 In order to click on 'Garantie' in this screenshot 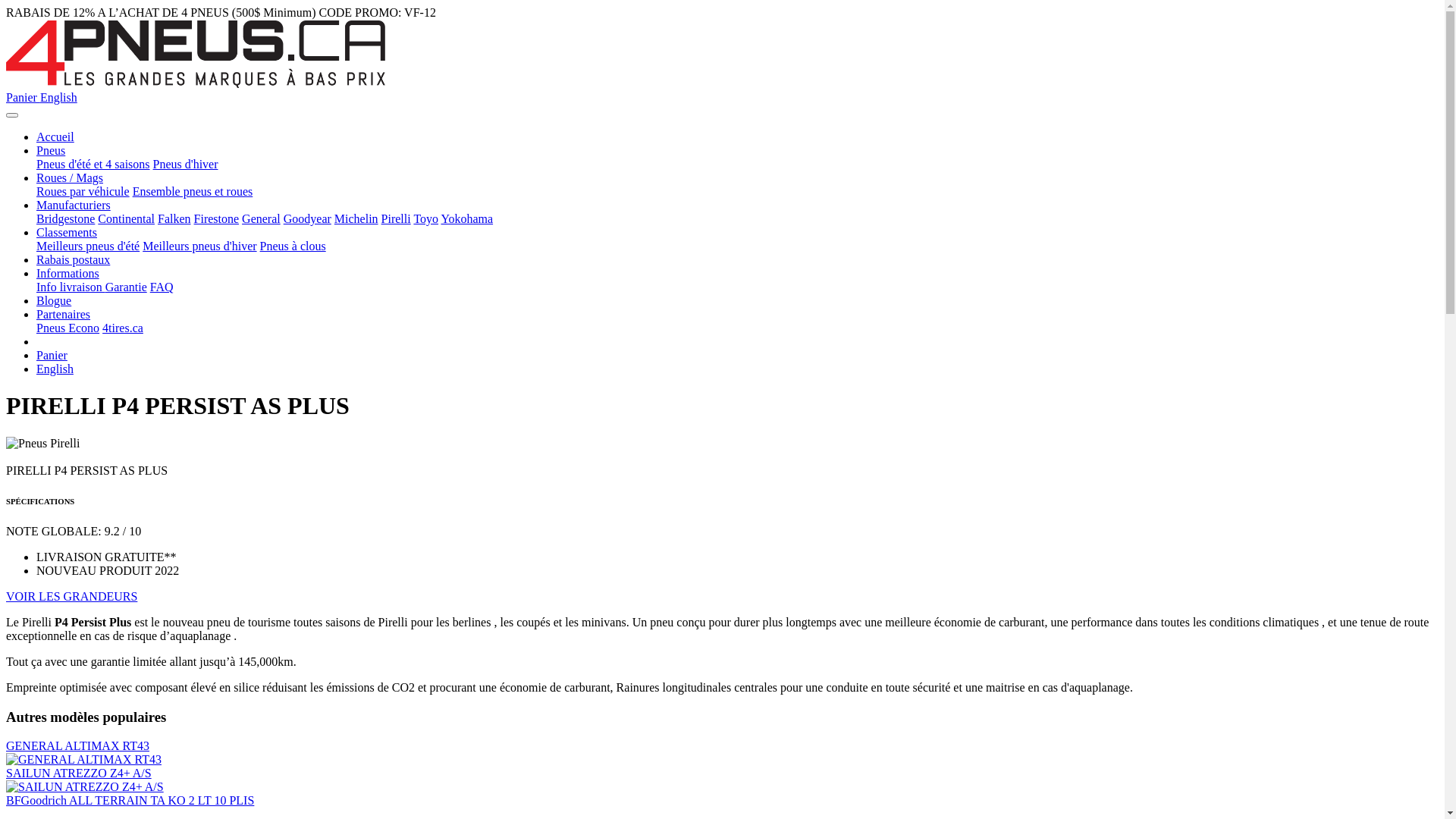, I will do `click(126, 287)`.